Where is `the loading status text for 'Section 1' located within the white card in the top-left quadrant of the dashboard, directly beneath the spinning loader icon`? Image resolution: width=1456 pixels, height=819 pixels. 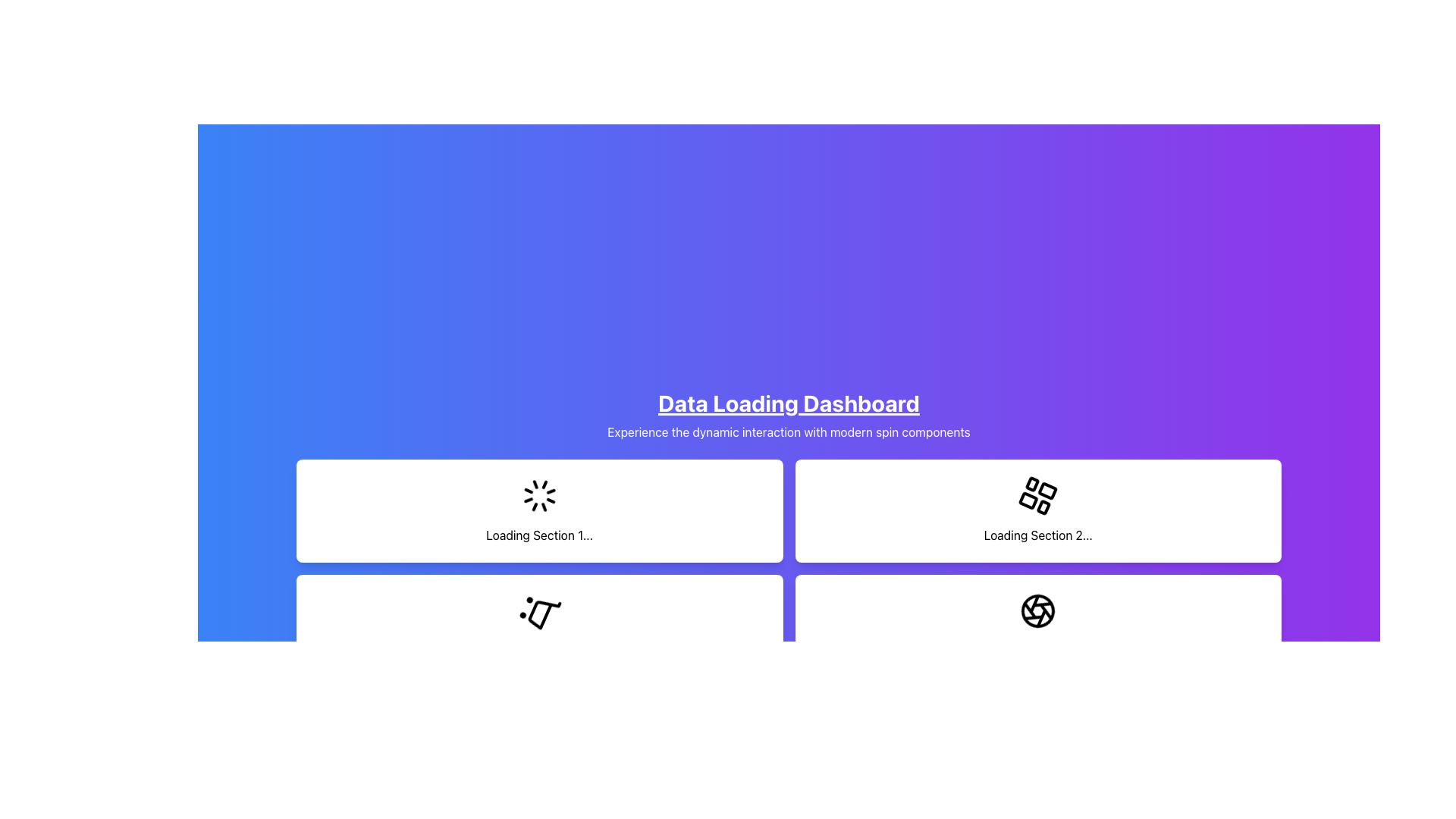 the loading status text for 'Section 1' located within the white card in the top-left quadrant of the dashboard, directly beneath the spinning loader icon is located at coordinates (539, 534).